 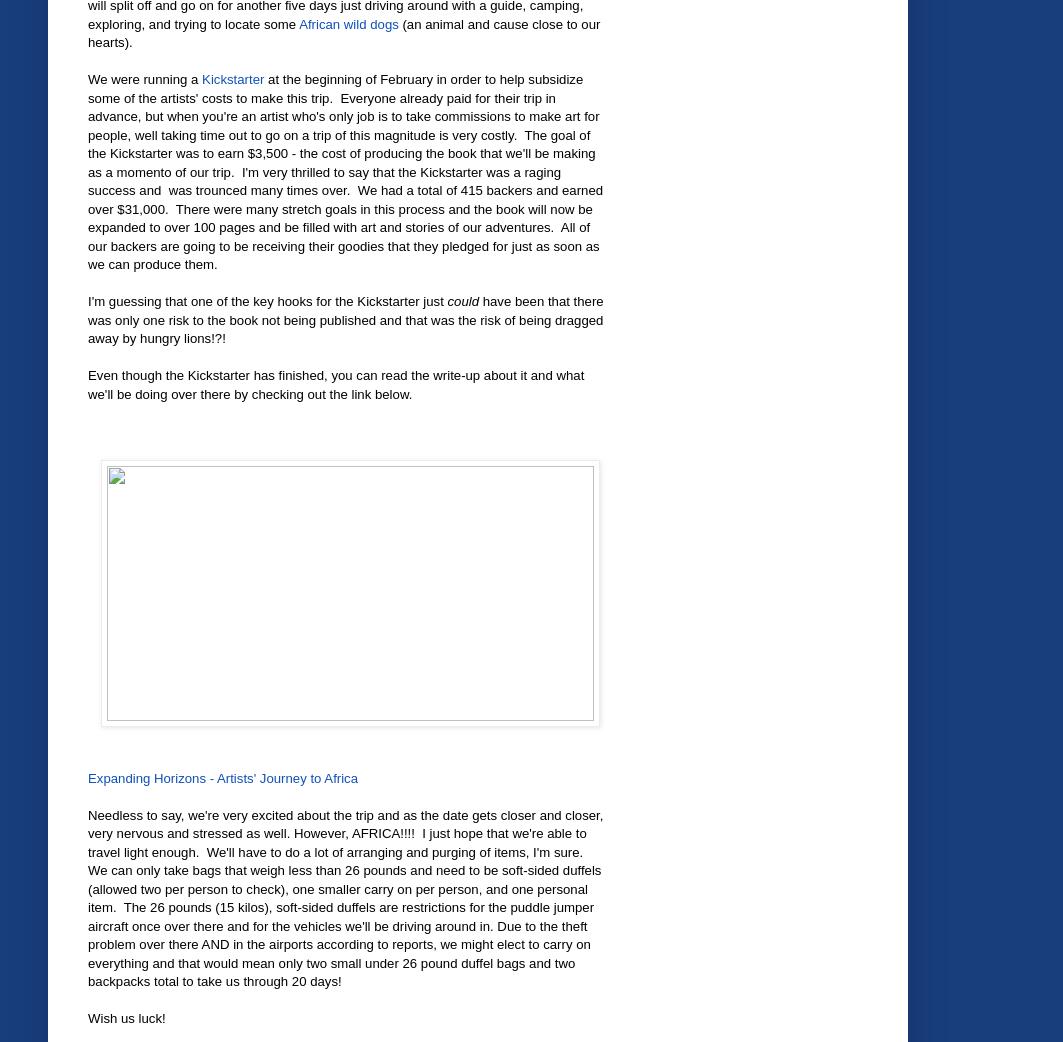 What do you see at coordinates (144, 78) in the screenshot?
I see `'We were running a'` at bounding box center [144, 78].